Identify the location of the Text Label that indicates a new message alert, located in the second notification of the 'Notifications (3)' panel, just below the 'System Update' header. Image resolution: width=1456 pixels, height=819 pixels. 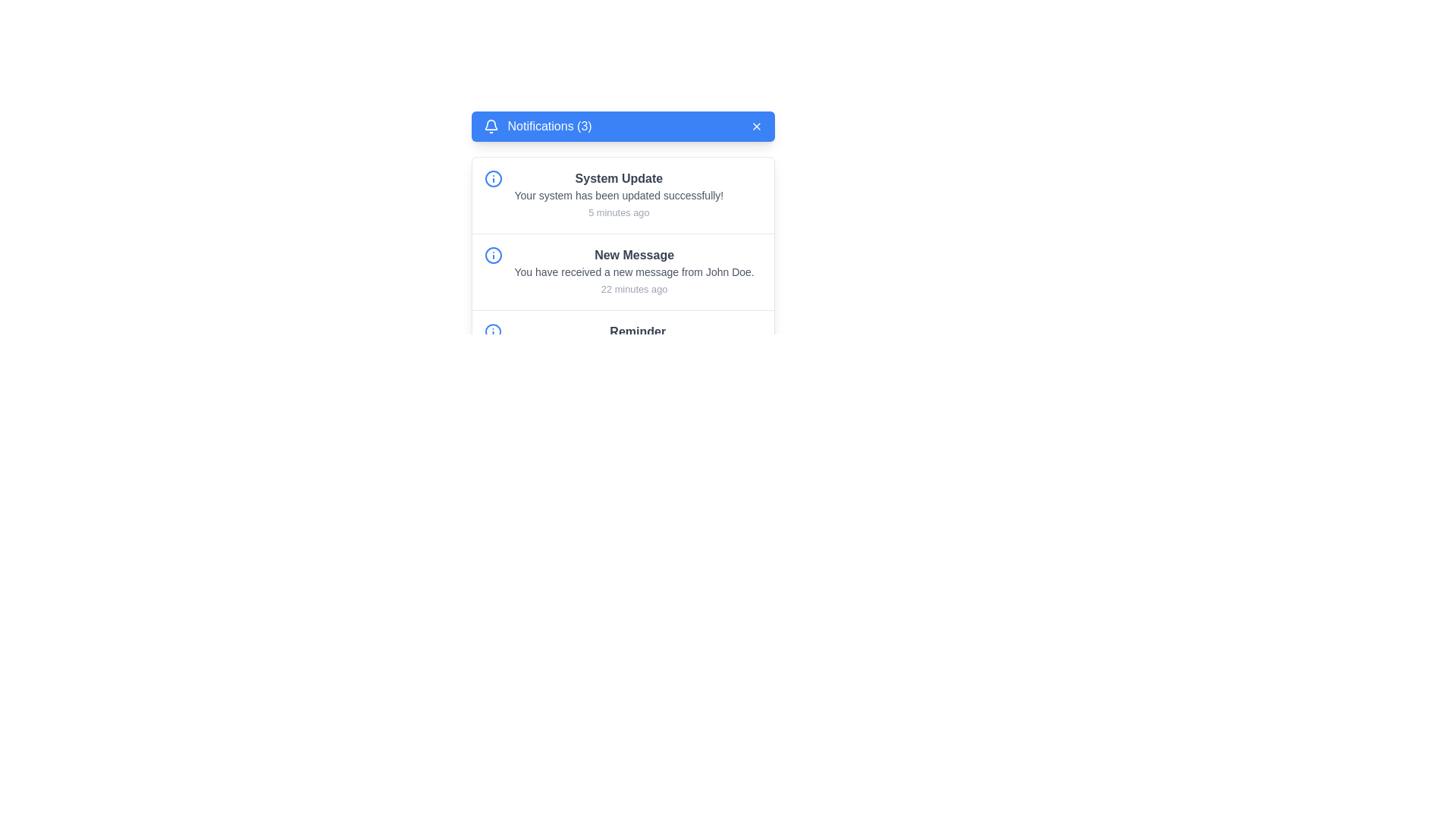
(634, 254).